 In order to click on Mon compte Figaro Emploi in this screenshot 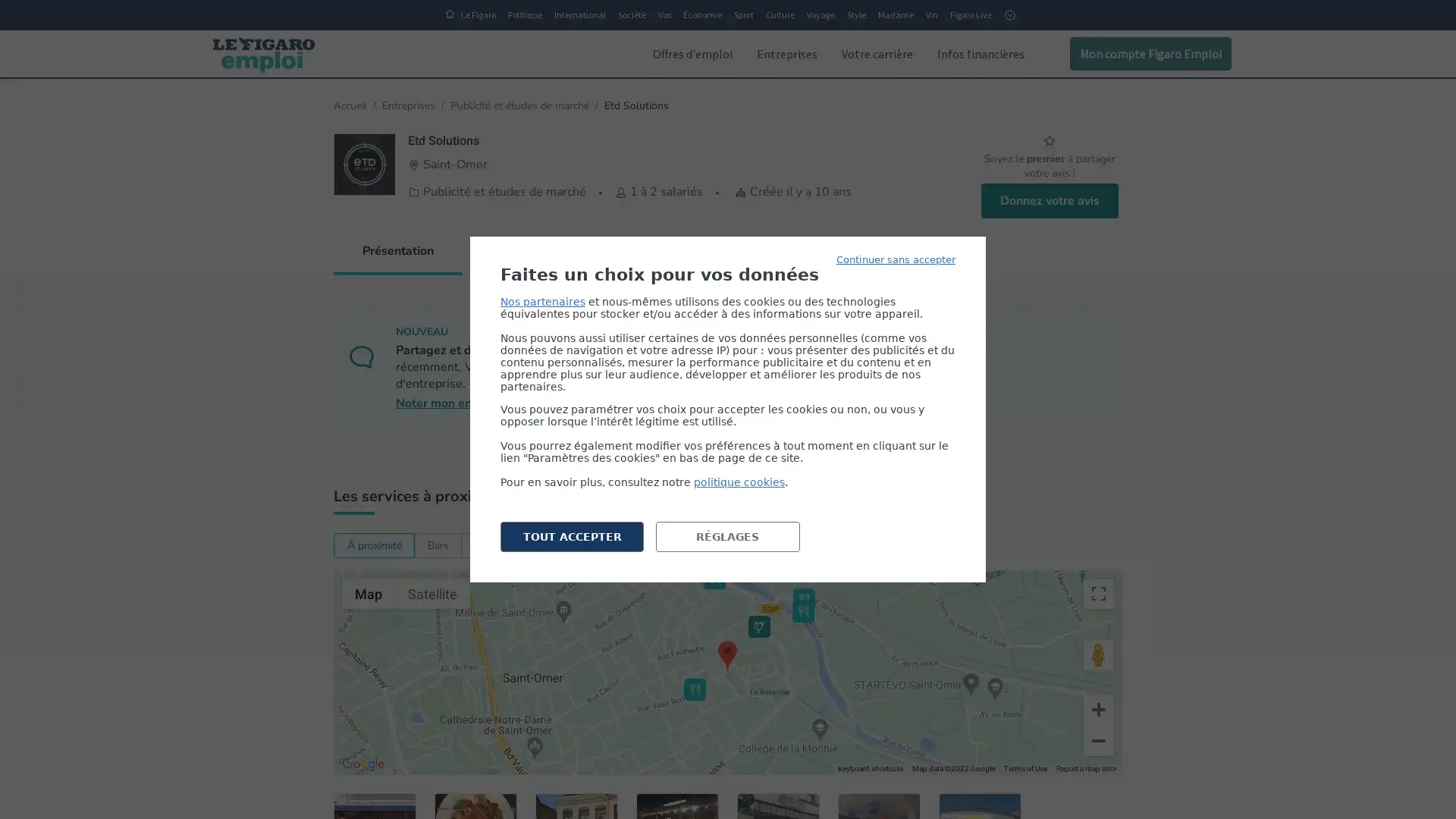, I will do `click(1140, 52)`.